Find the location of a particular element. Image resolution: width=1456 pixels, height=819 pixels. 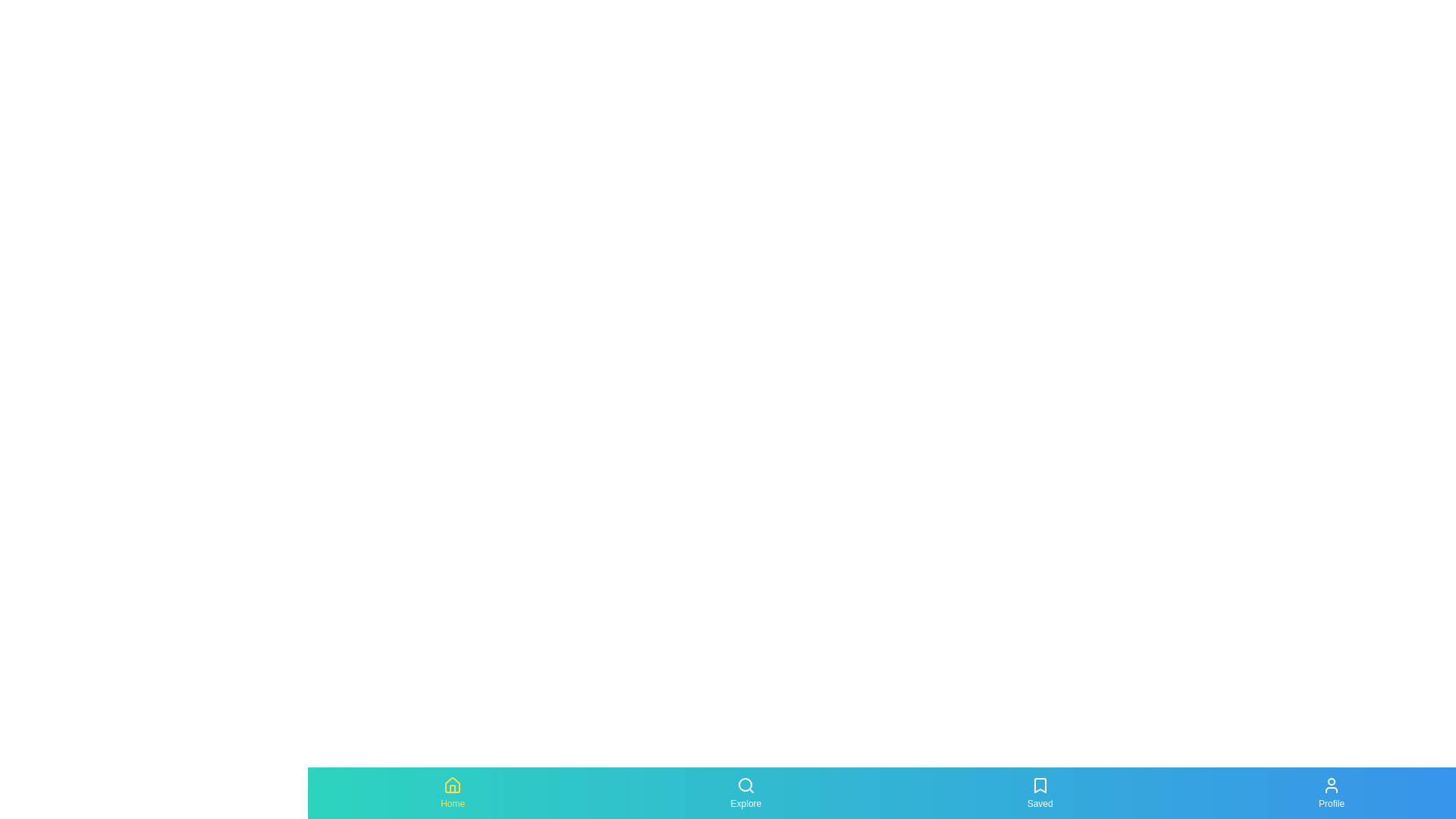

the tab labeled Saved by clicking on its icon or label is located at coordinates (1039, 792).